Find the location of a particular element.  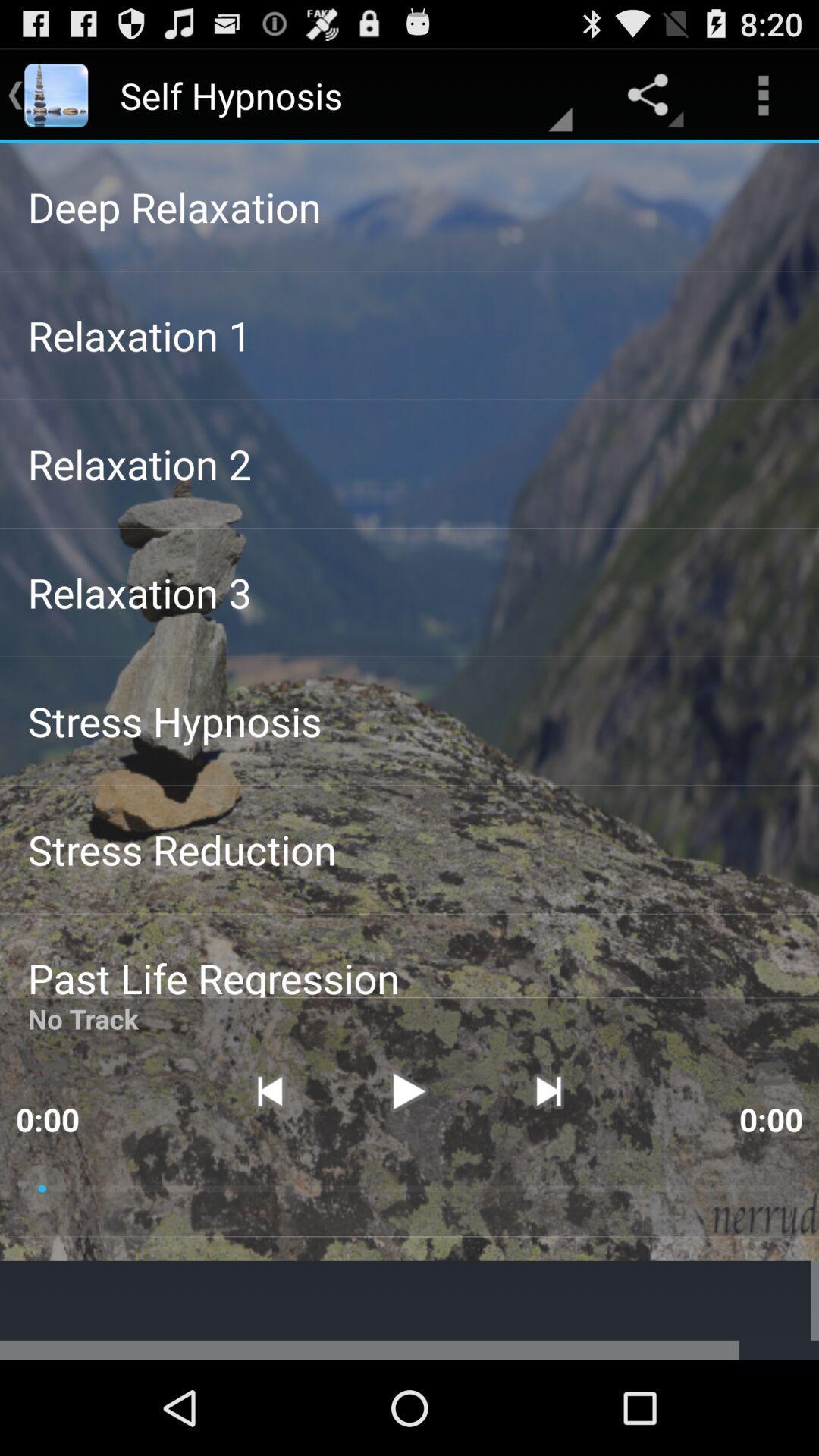

the skip_previous icon is located at coordinates (268, 1166).